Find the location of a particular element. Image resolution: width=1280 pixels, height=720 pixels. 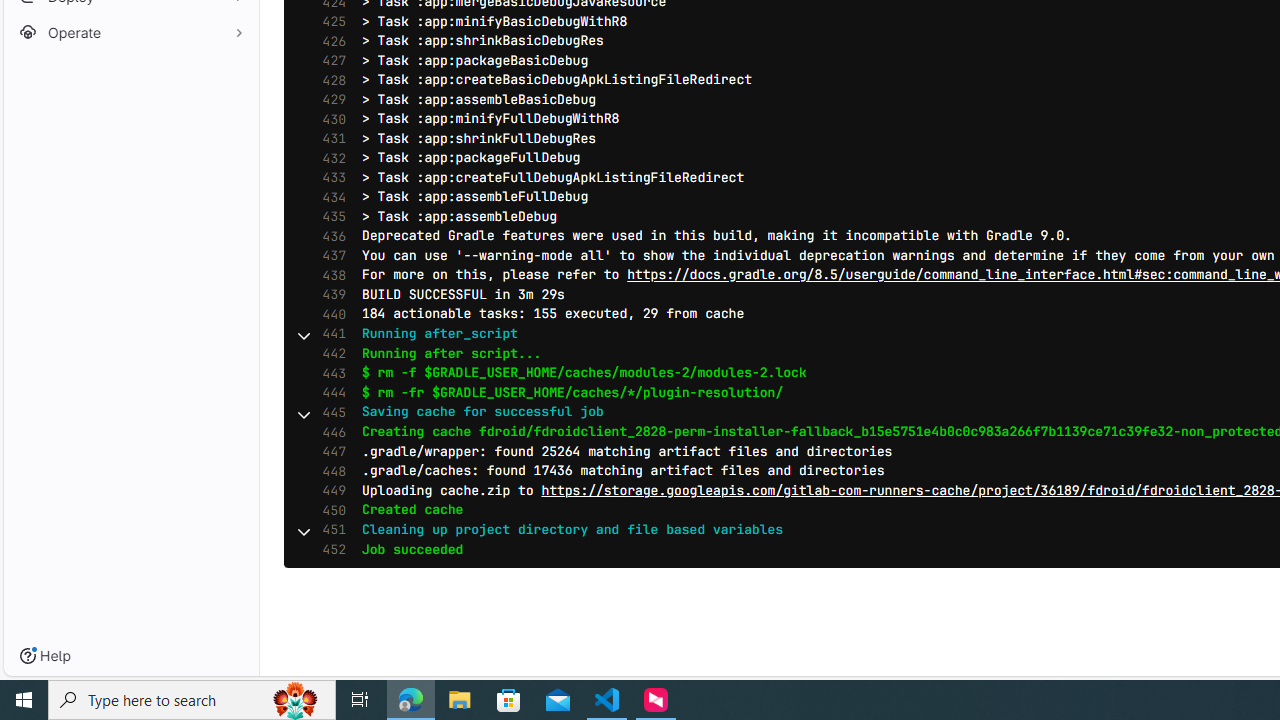

'425' is located at coordinates (329, 21).